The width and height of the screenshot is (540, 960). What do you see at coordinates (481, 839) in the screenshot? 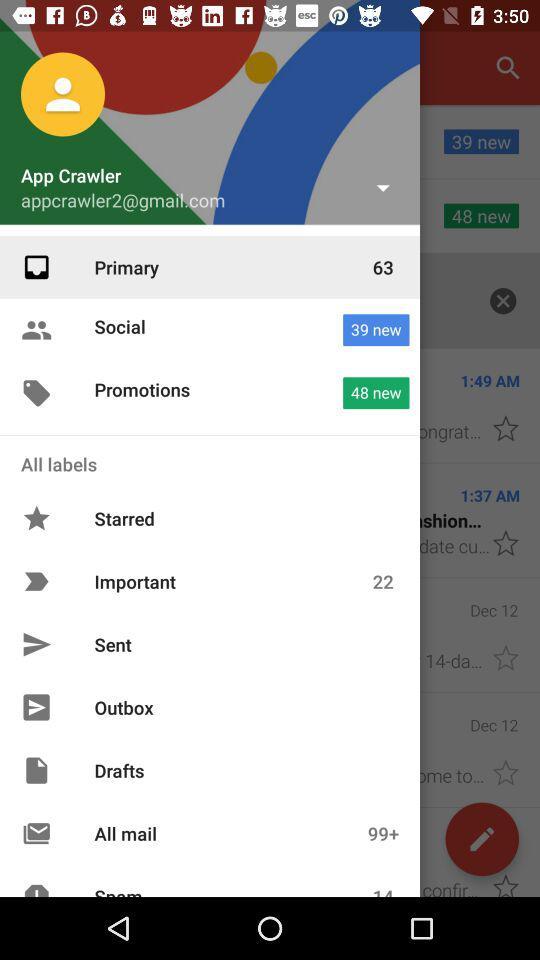
I see `the edit icon` at bounding box center [481, 839].